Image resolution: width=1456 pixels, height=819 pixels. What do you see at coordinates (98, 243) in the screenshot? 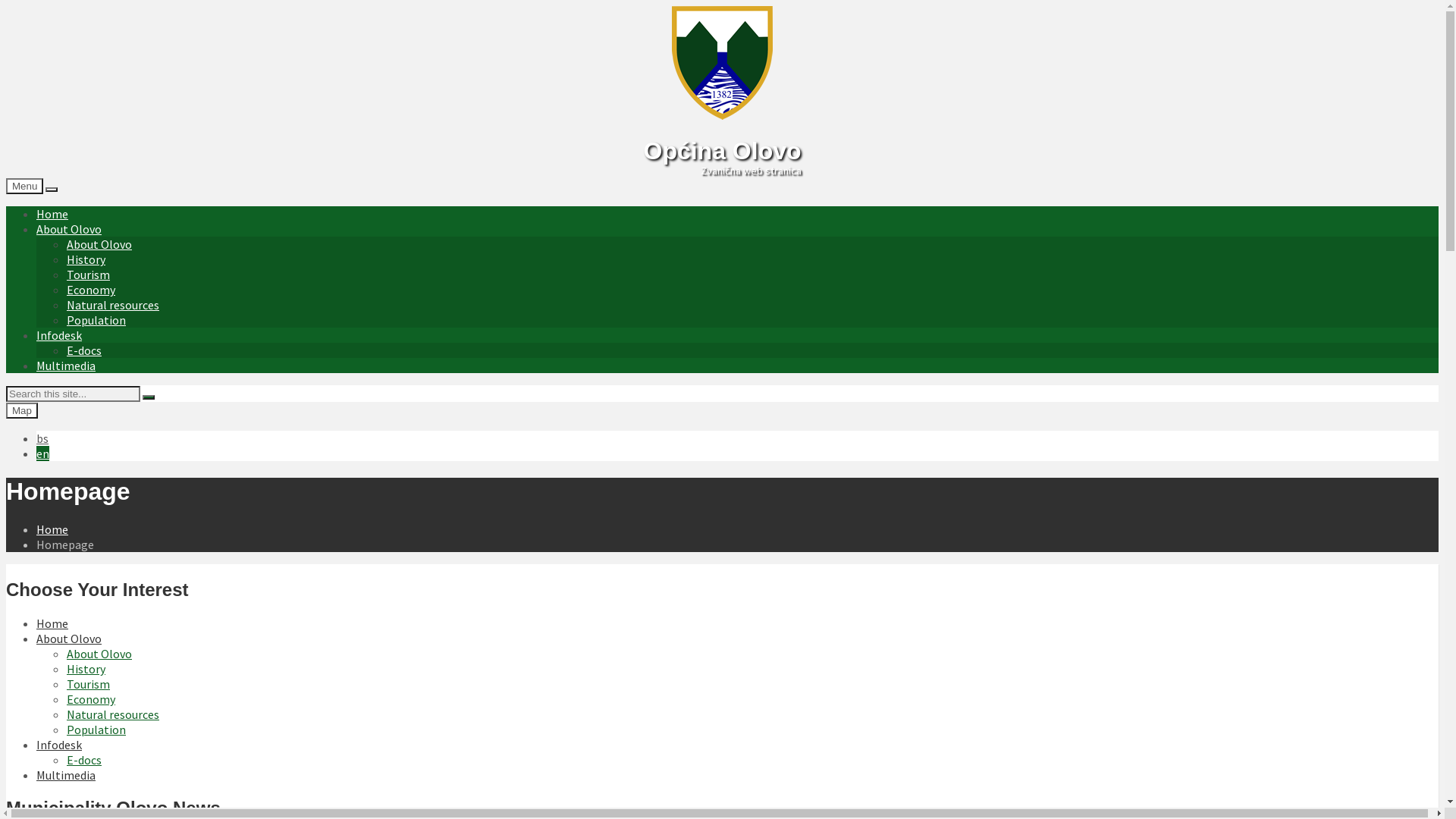
I see `'About Olovo'` at bounding box center [98, 243].